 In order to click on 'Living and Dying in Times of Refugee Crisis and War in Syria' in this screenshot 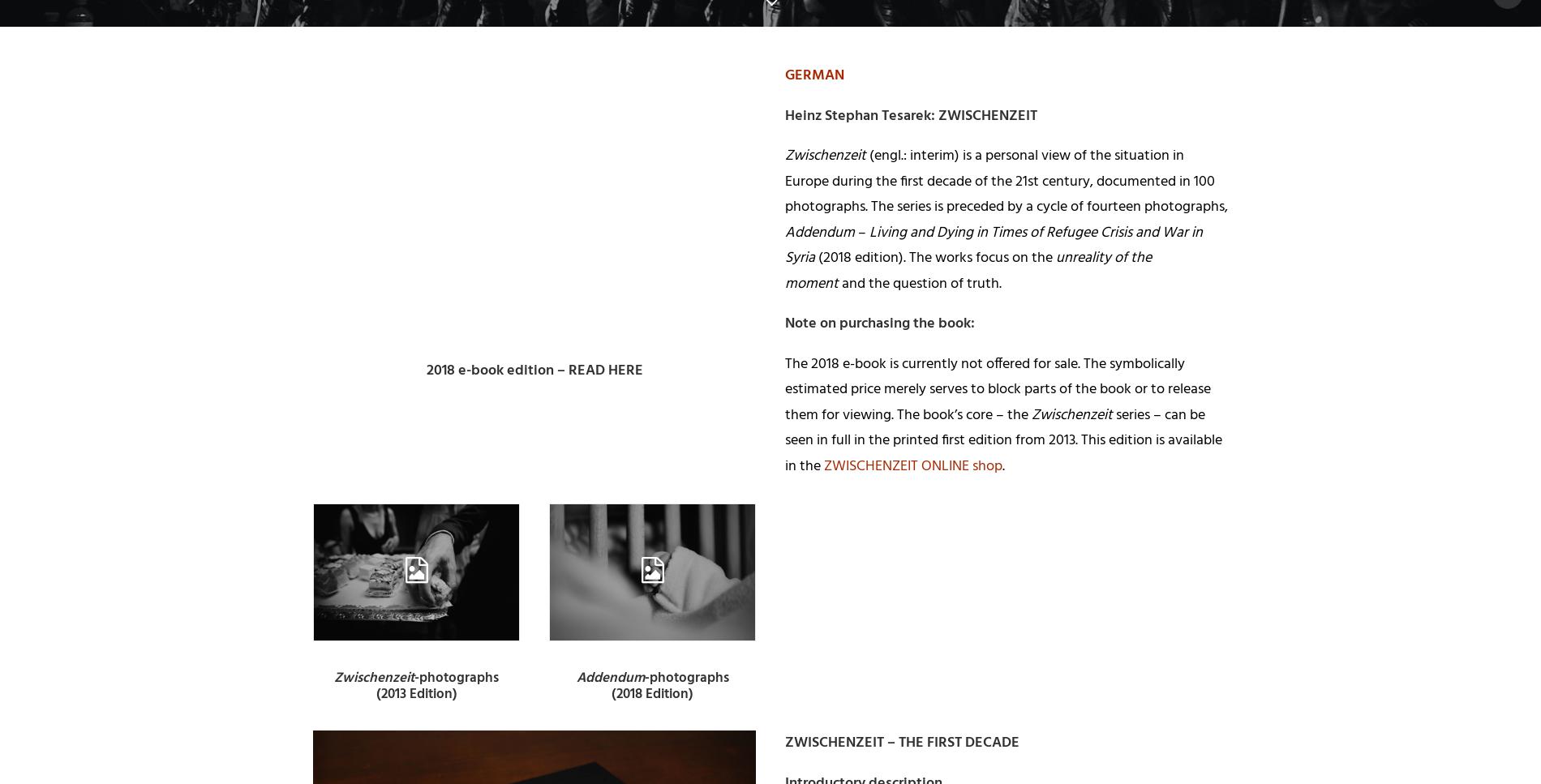, I will do `click(993, 245)`.